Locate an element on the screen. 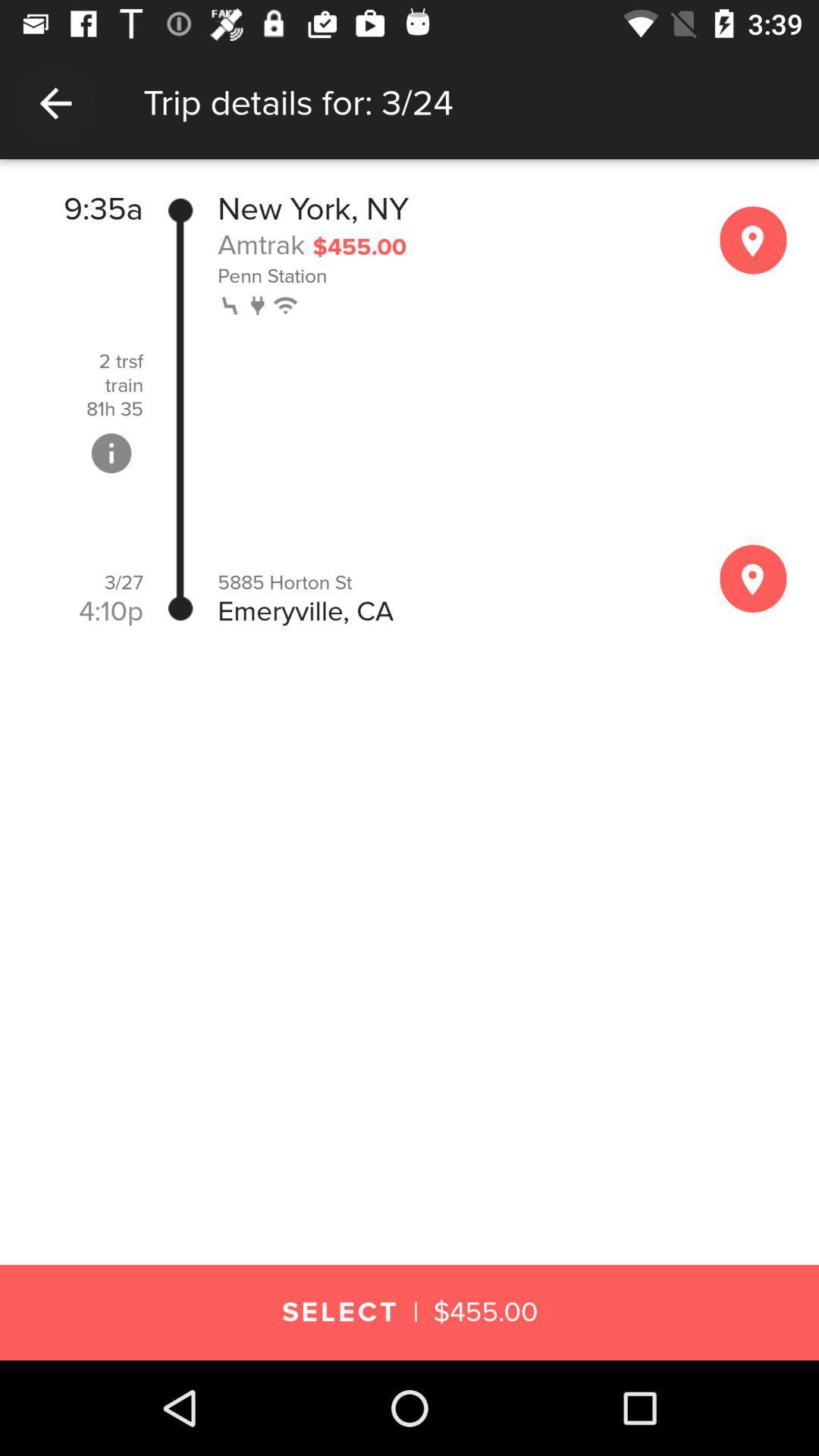  the emeryville, ca icon is located at coordinates (452, 611).